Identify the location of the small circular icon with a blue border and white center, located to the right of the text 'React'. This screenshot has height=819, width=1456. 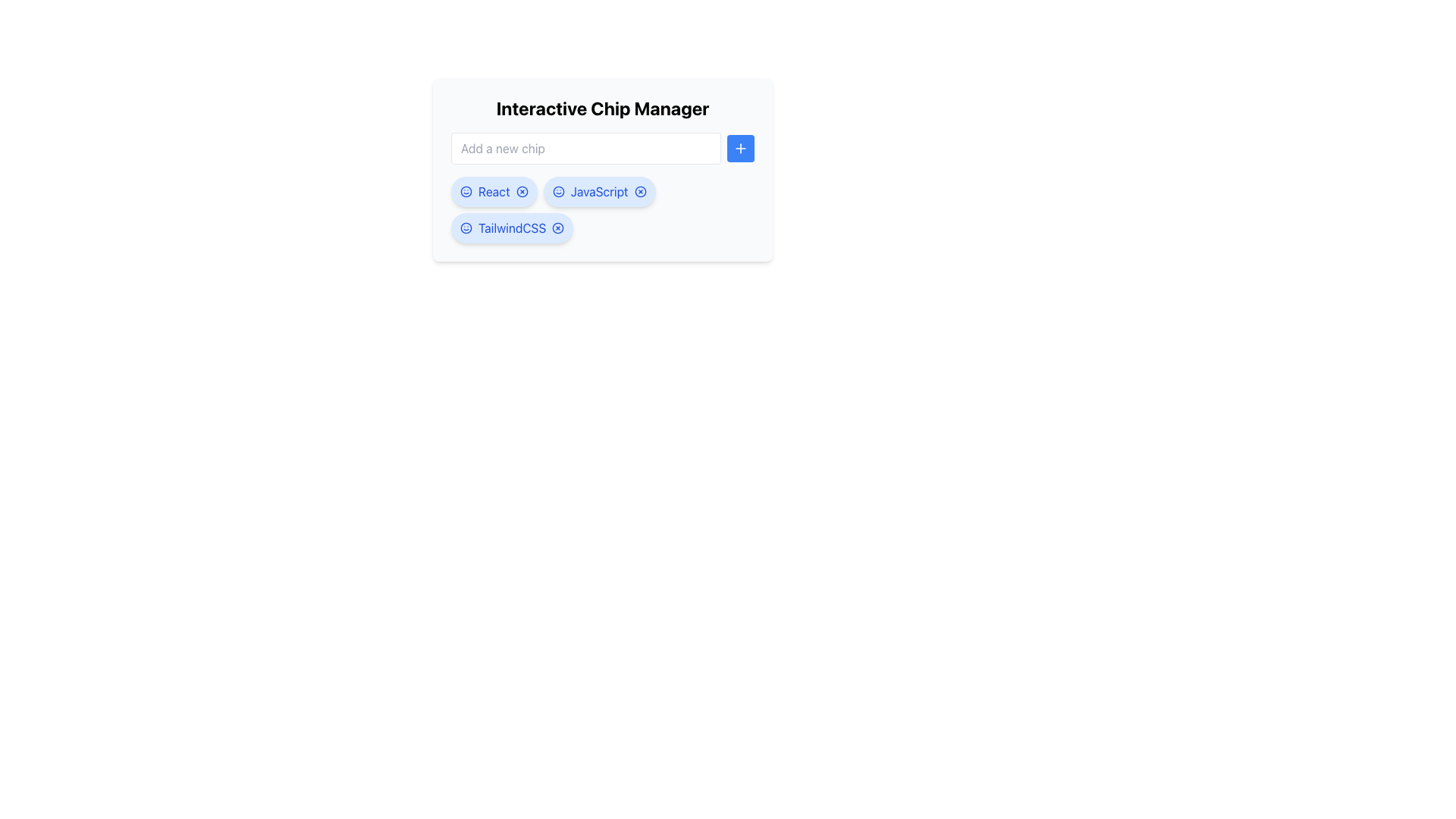
(522, 191).